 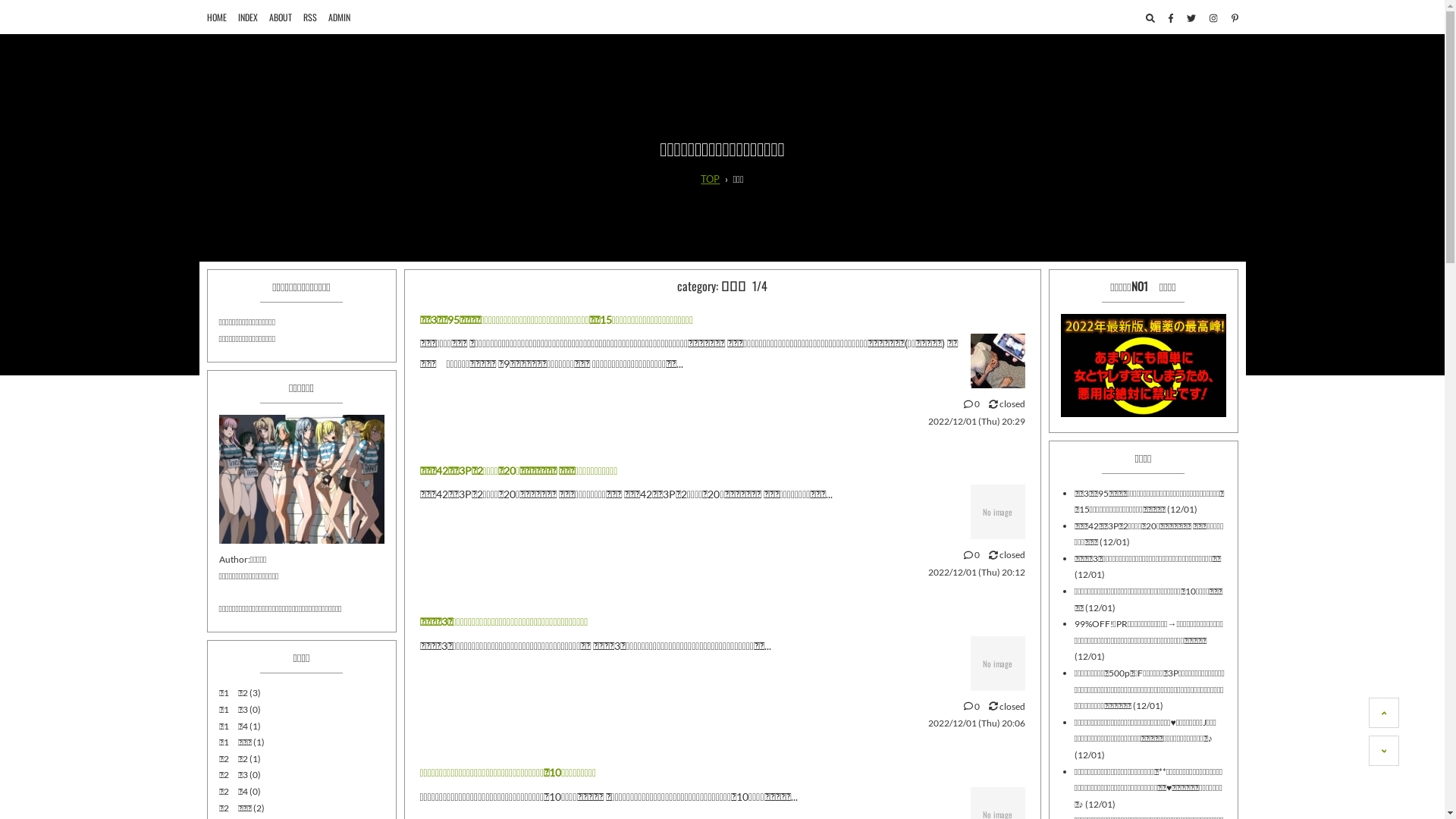 I want to click on 'ABOUT', so click(x=280, y=17).